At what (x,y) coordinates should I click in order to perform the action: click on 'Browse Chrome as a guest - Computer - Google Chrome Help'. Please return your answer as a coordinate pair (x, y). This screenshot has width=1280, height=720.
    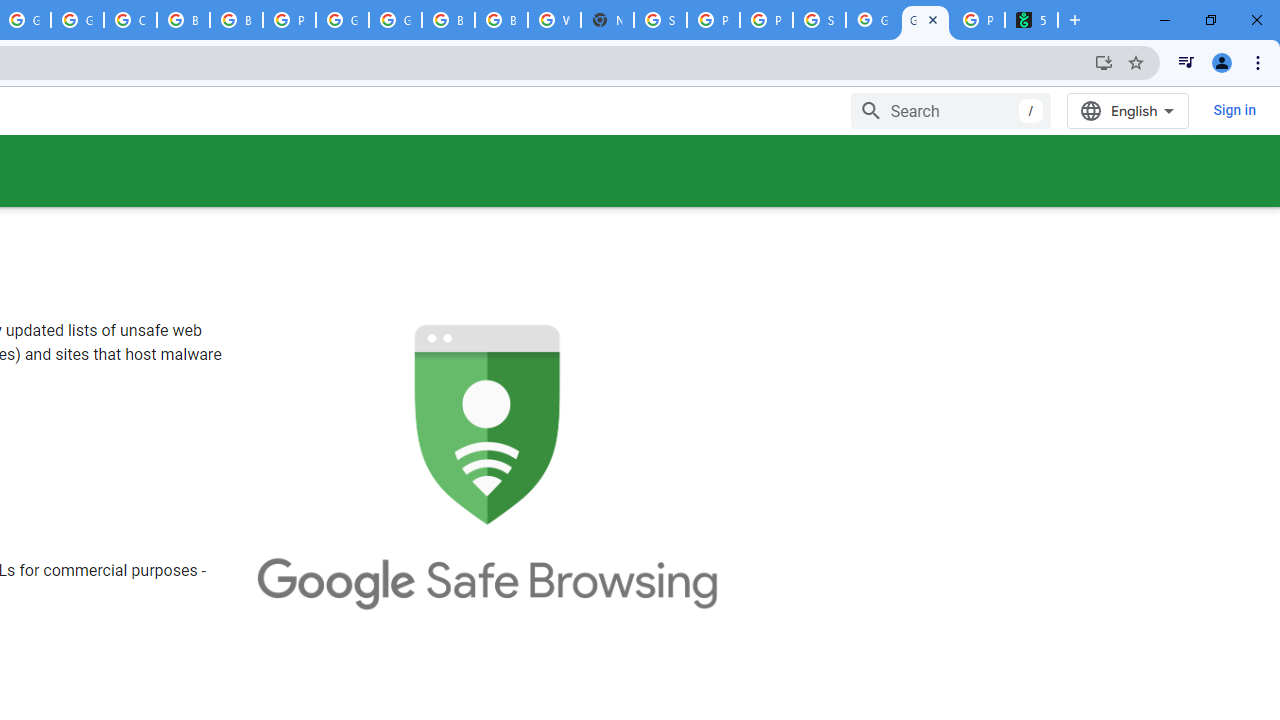
    Looking at the image, I should click on (236, 20).